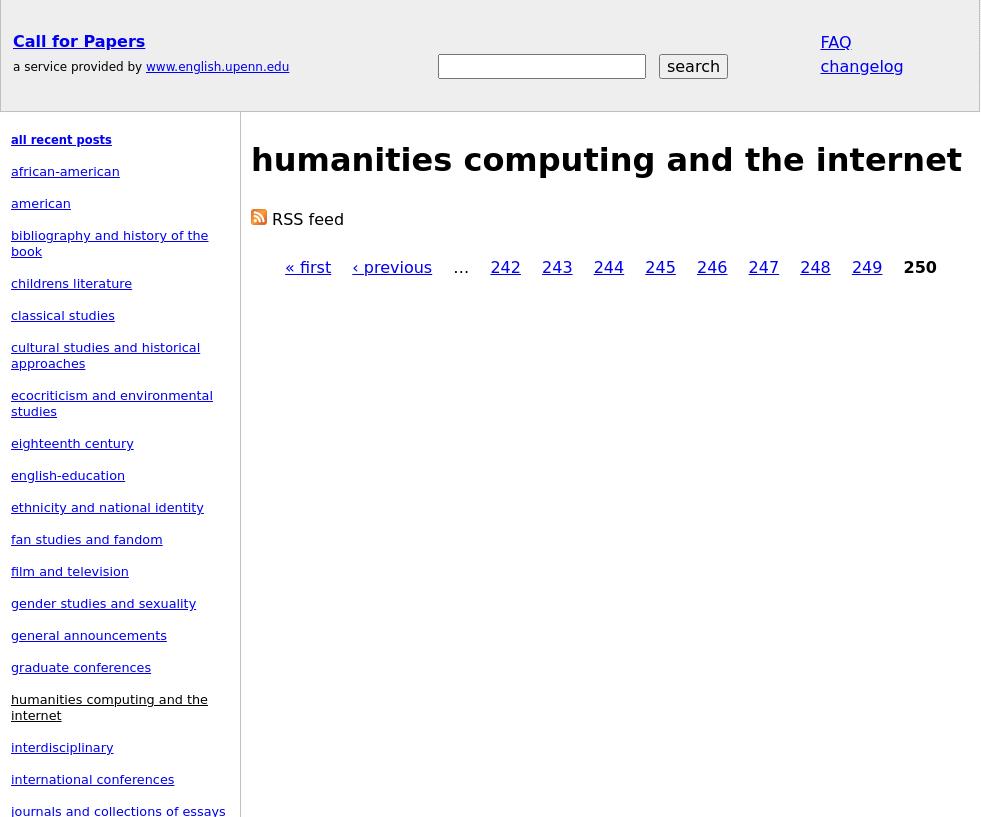 The height and width of the screenshot is (817, 981). What do you see at coordinates (505, 267) in the screenshot?
I see `'242'` at bounding box center [505, 267].